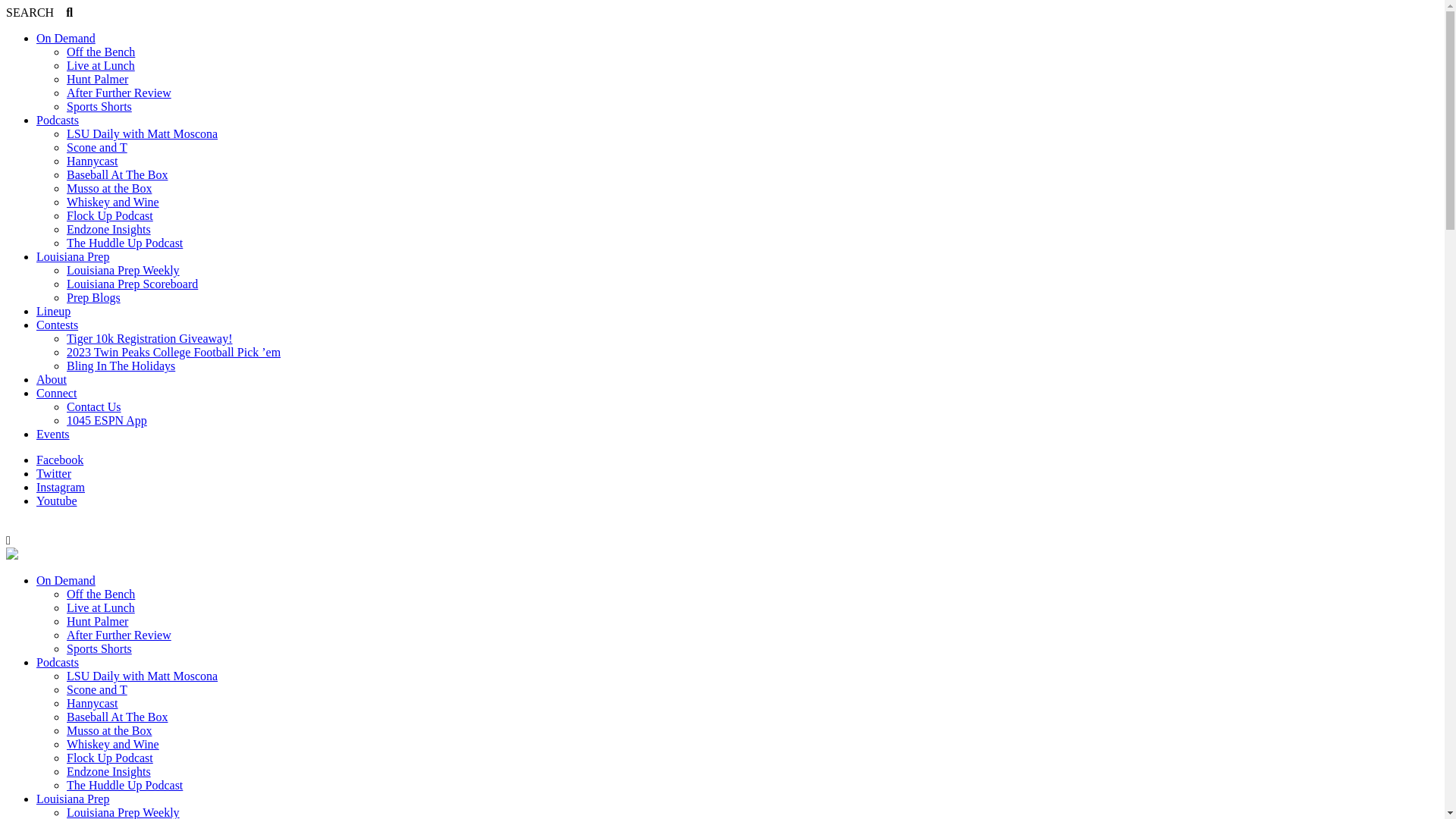  What do you see at coordinates (116, 717) in the screenshot?
I see `'Baseball At The Box'` at bounding box center [116, 717].